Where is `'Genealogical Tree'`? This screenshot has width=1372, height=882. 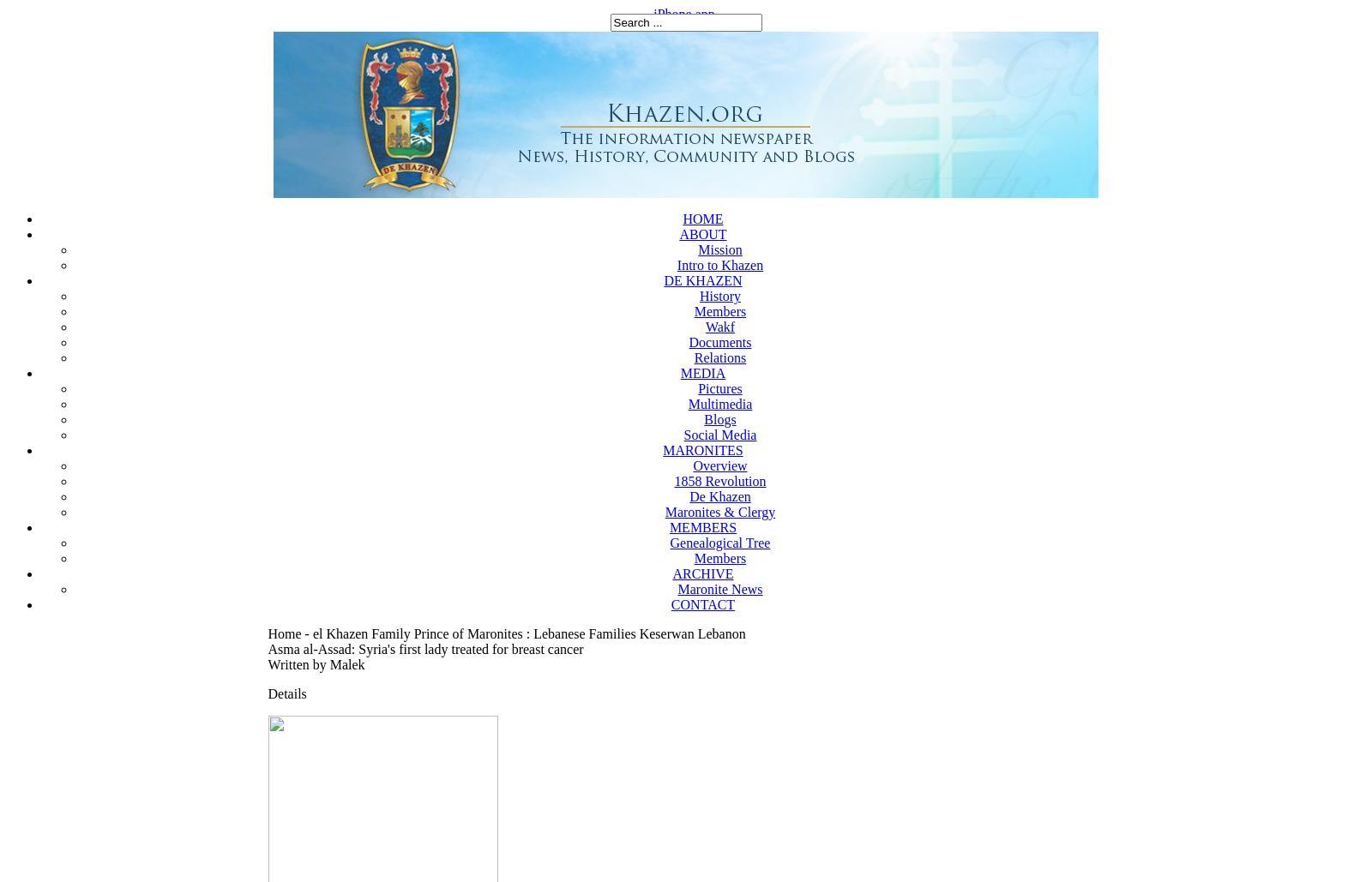 'Genealogical Tree' is located at coordinates (719, 543).